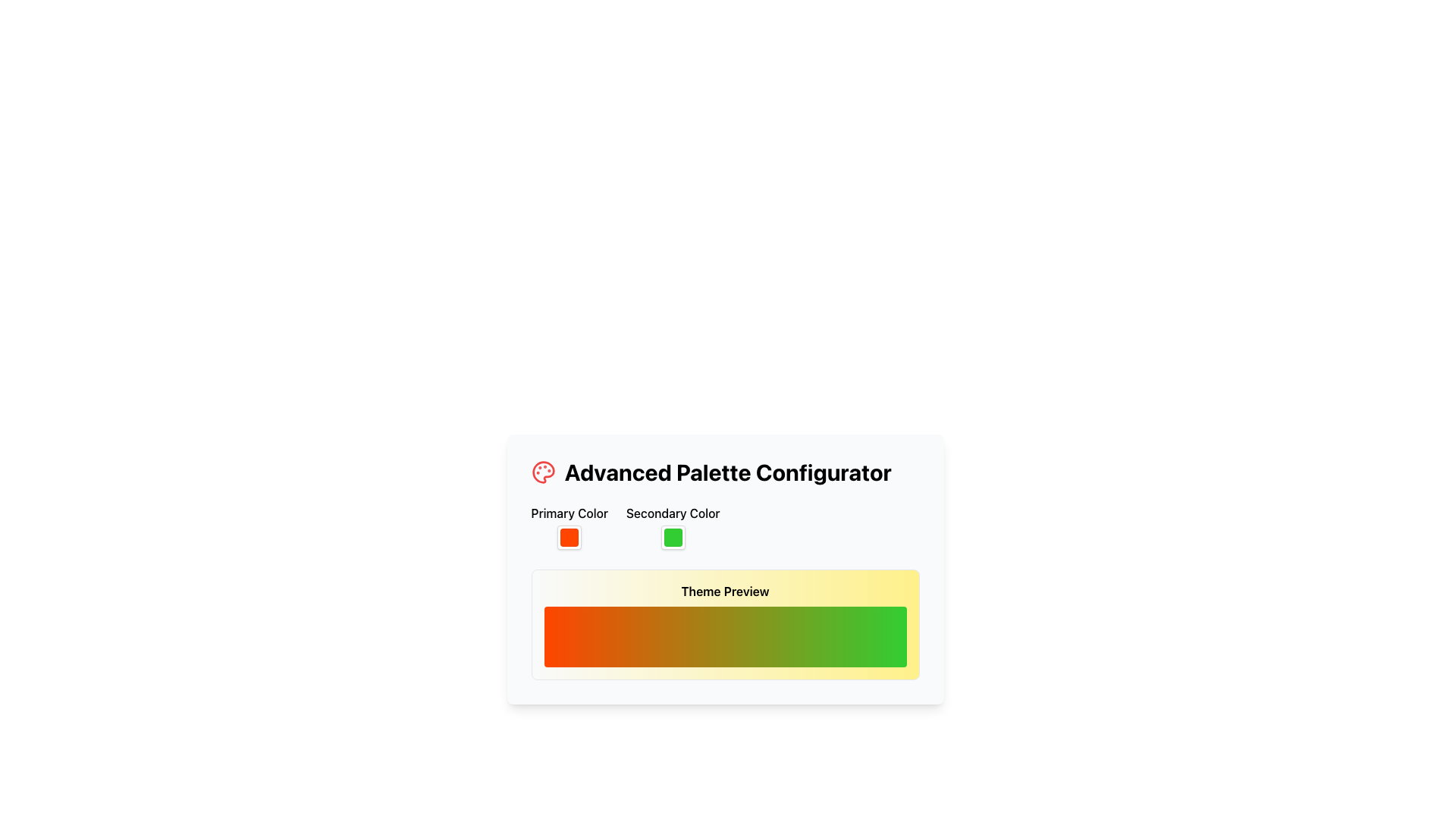 Image resolution: width=1456 pixels, height=819 pixels. I want to click on the green color block indicator associated with the label 'Secondary Color', so click(672, 537).